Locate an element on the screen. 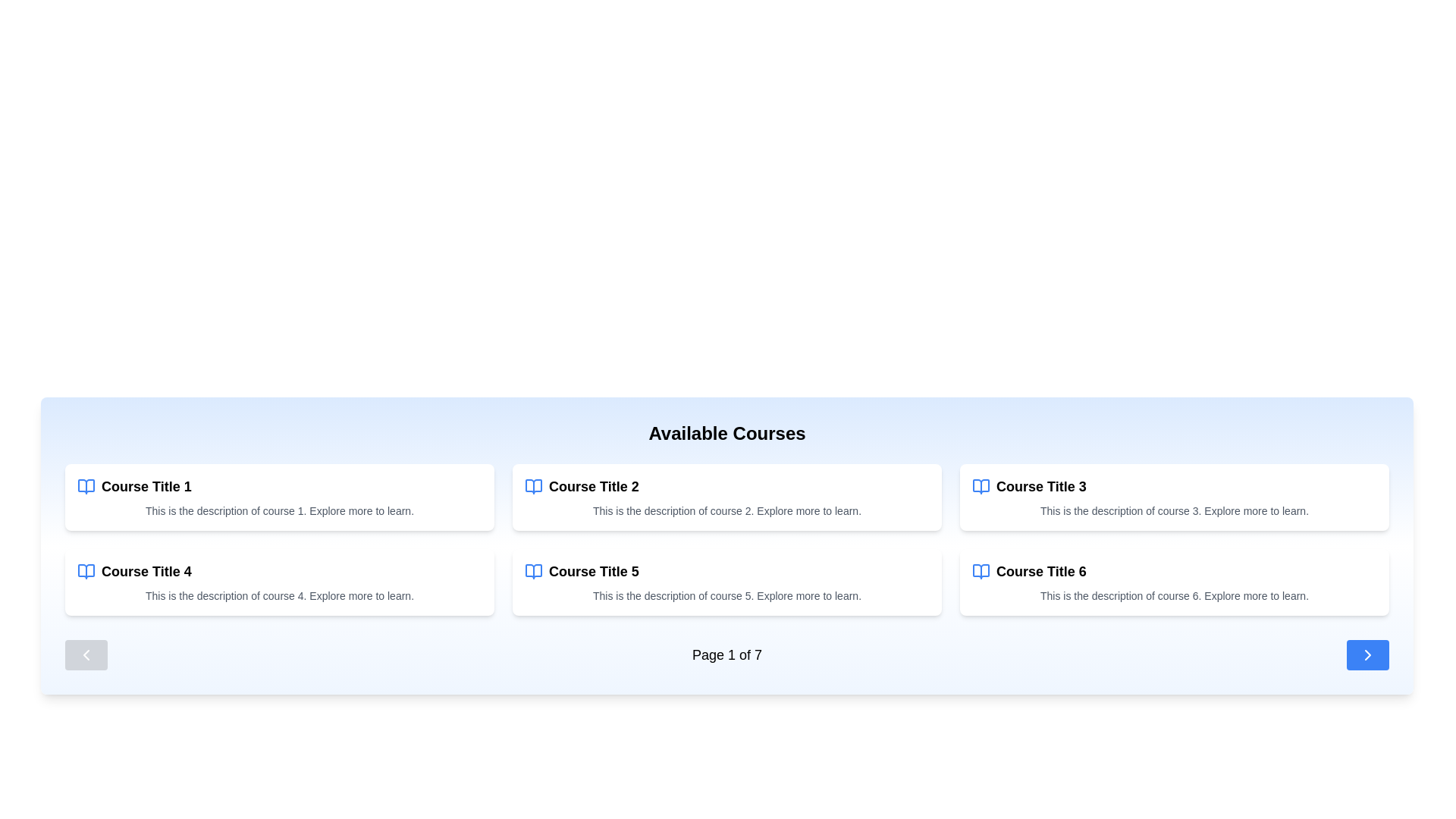 The width and height of the screenshot is (1456, 819). the rightward-pointing arrow icon embedded within the circular blue button at the bottom-right corner of the interface is located at coordinates (1368, 654).